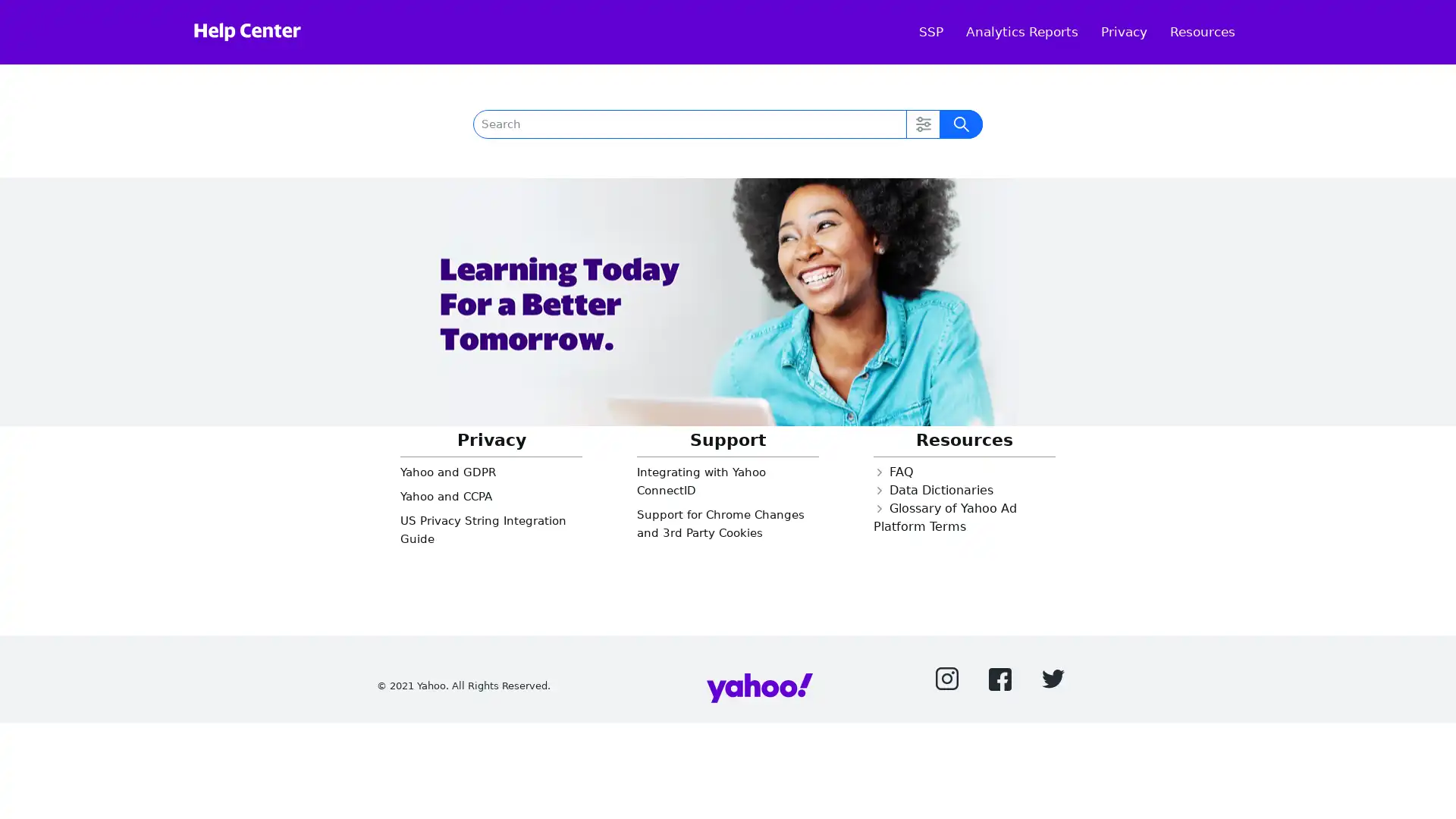 Image resolution: width=1456 pixels, height=819 pixels. What do you see at coordinates (893, 471) in the screenshot?
I see `Closed FAQ` at bounding box center [893, 471].